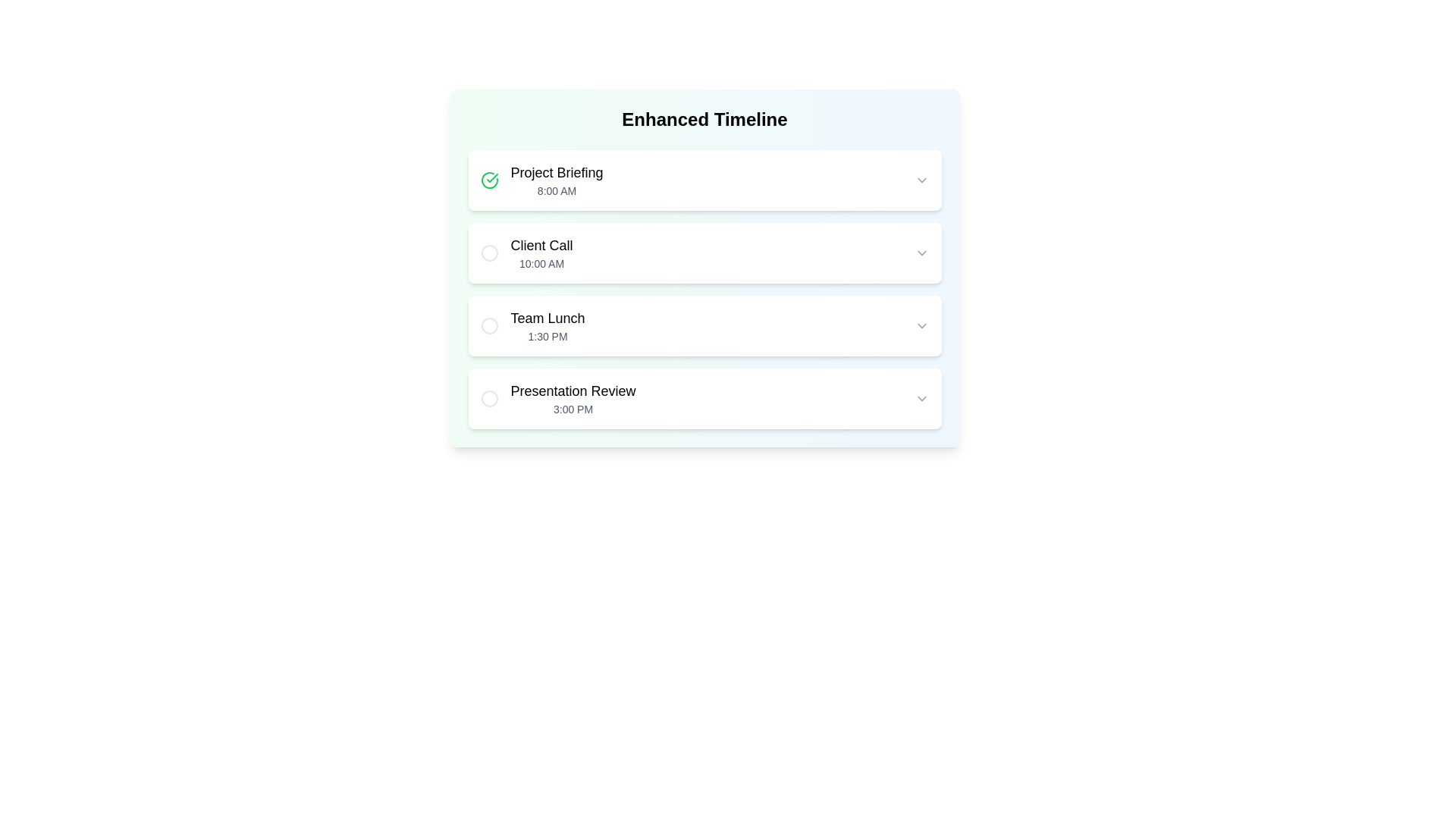 The image size is (1456, 819). Describe the element at coordinates (704, 253) in the screenshot. I see `the 'Client Call' card-like component` at that location.